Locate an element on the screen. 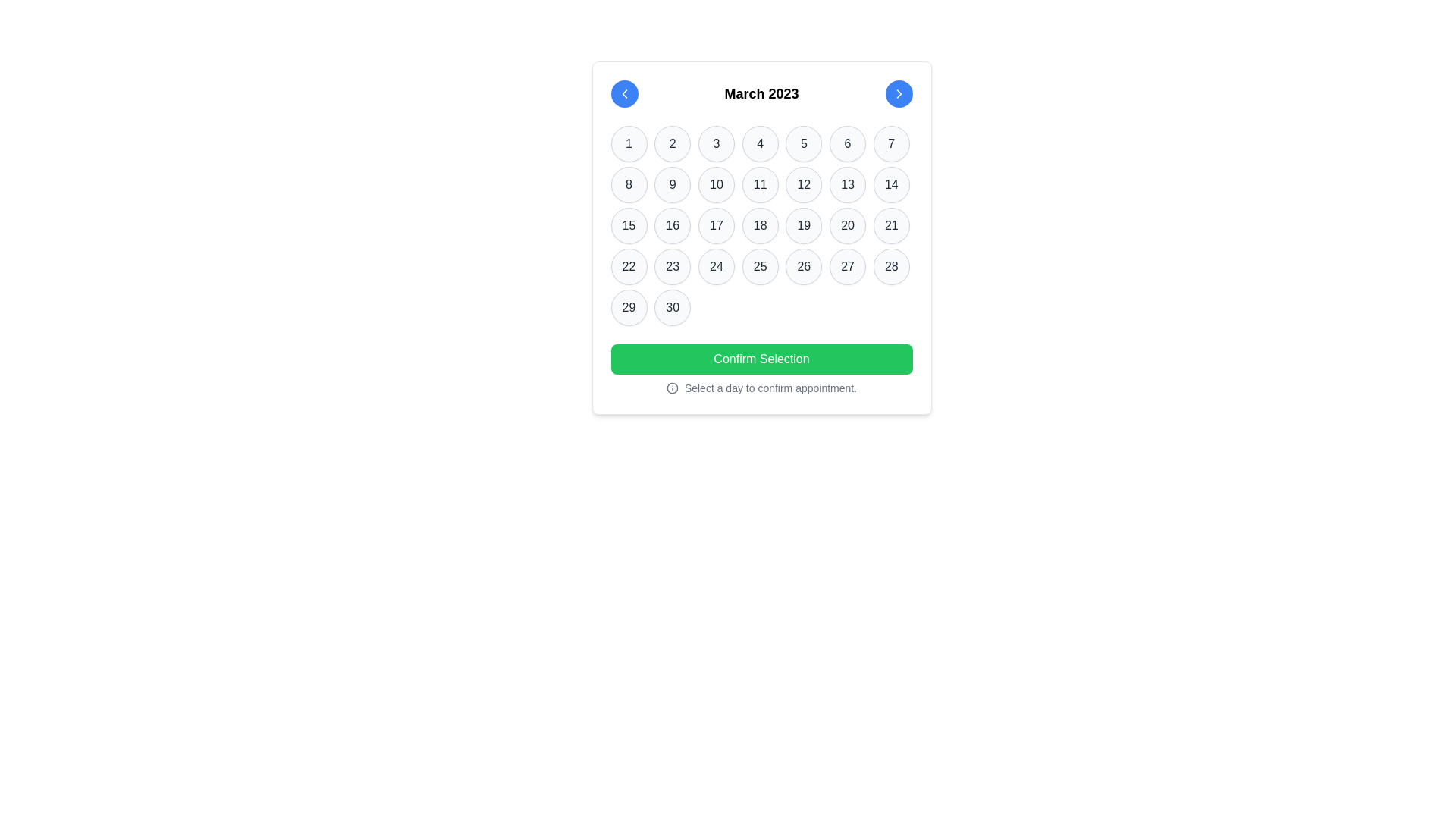 This screenshot has width=1456, height=819. the circular button labeled with a number in the grid layout of the calendar-style interface titled 'March 2023' is located at coordinates (761, 225).